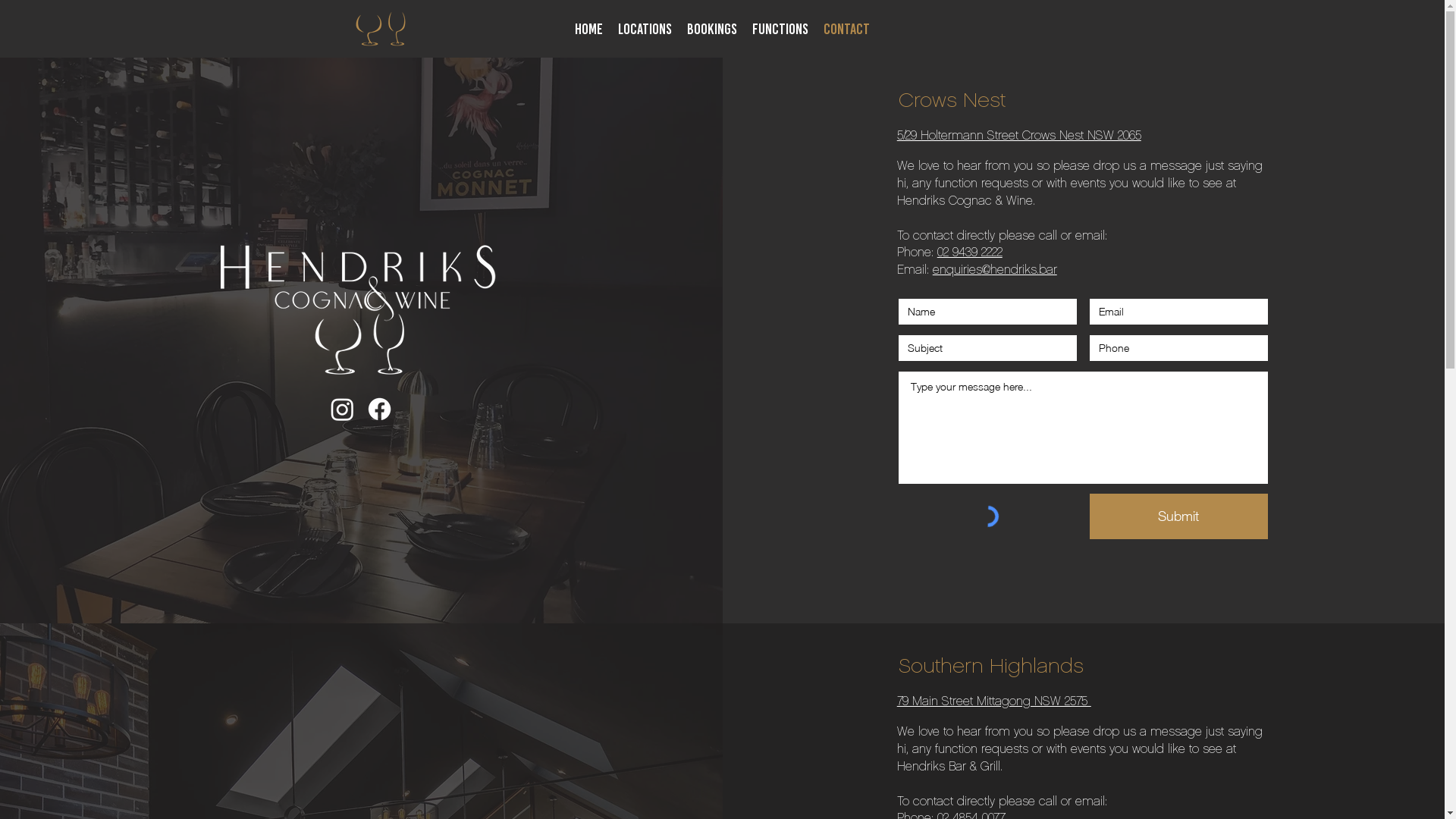 The height and width of the screenshot is (819, 1456). Describe the element at coordinates (711, 29) in the screenshot. I see `'BOOKINGS'` at that location.